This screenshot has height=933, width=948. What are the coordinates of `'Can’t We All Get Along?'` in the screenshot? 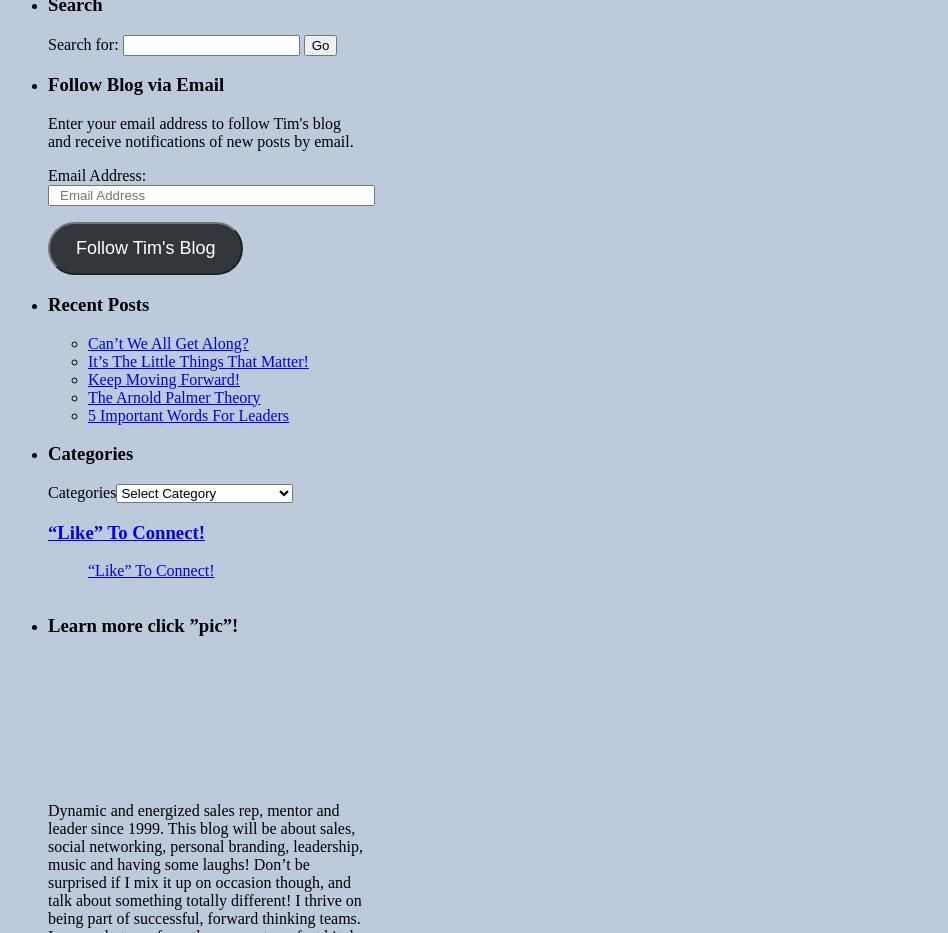 It's located at (166, 341).